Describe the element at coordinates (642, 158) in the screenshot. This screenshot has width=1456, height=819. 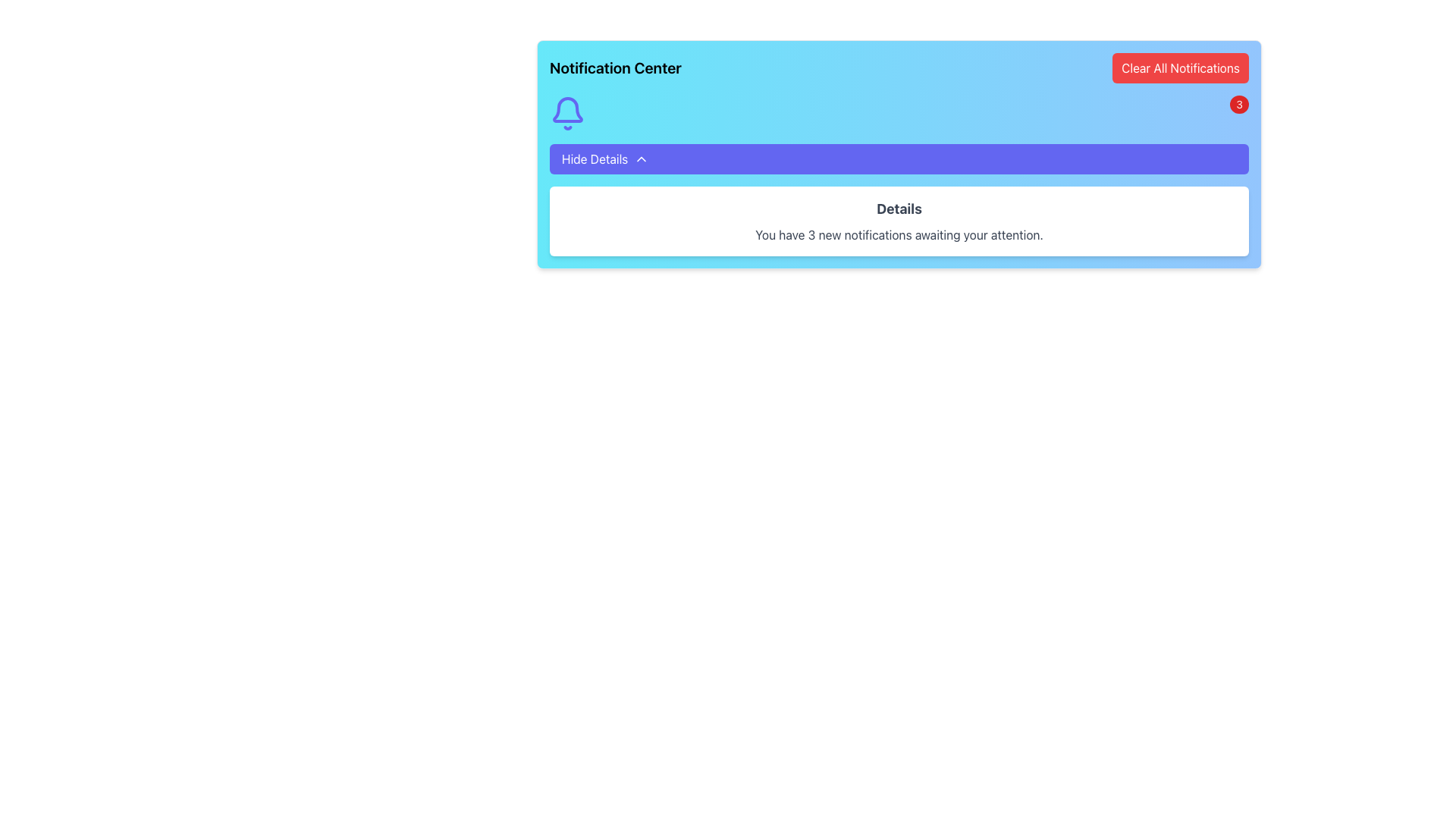
I see `the Chevron Icon located inside the 'Hide Details' button` at that location.